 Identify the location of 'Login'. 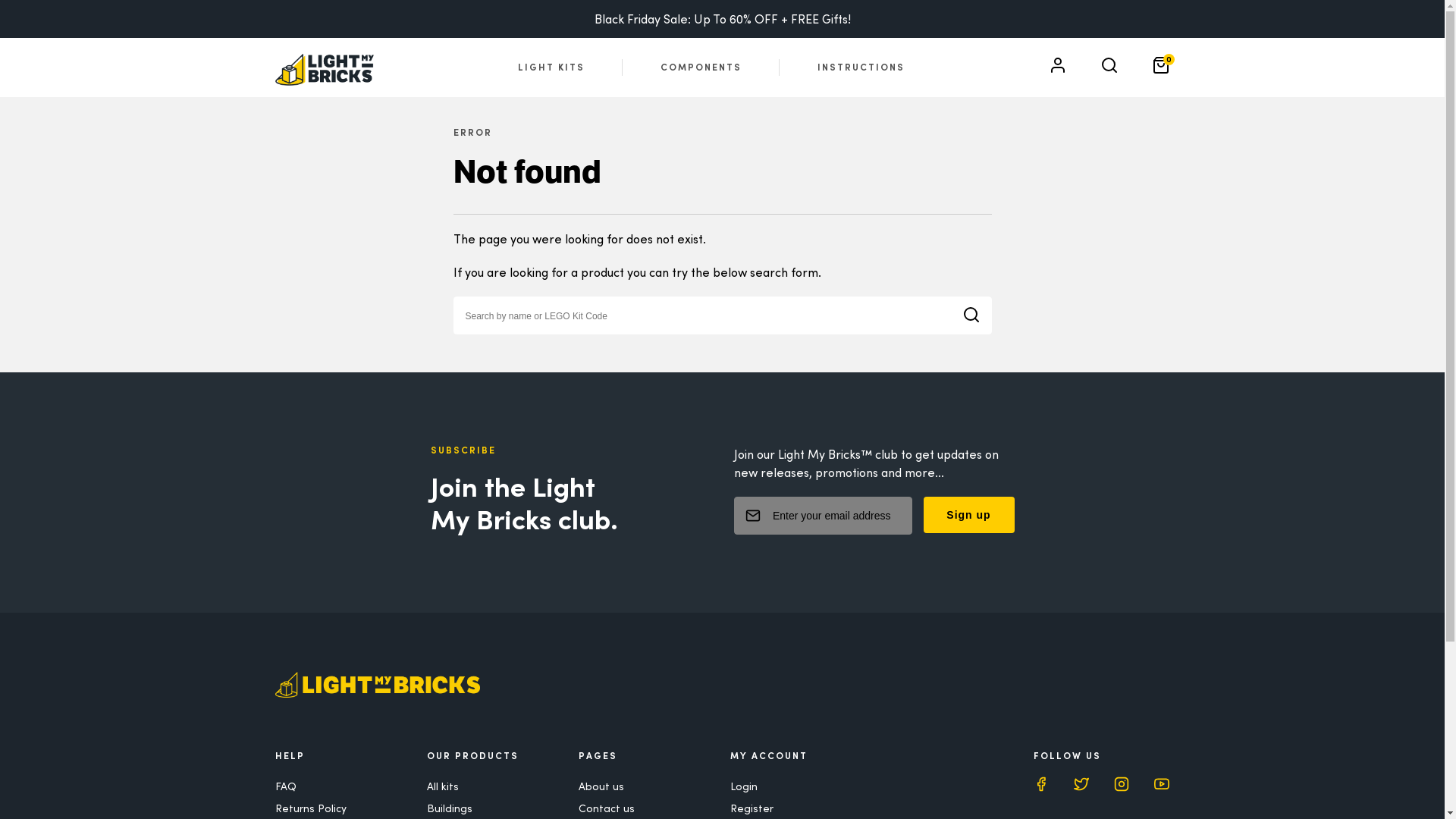
(742, 786).